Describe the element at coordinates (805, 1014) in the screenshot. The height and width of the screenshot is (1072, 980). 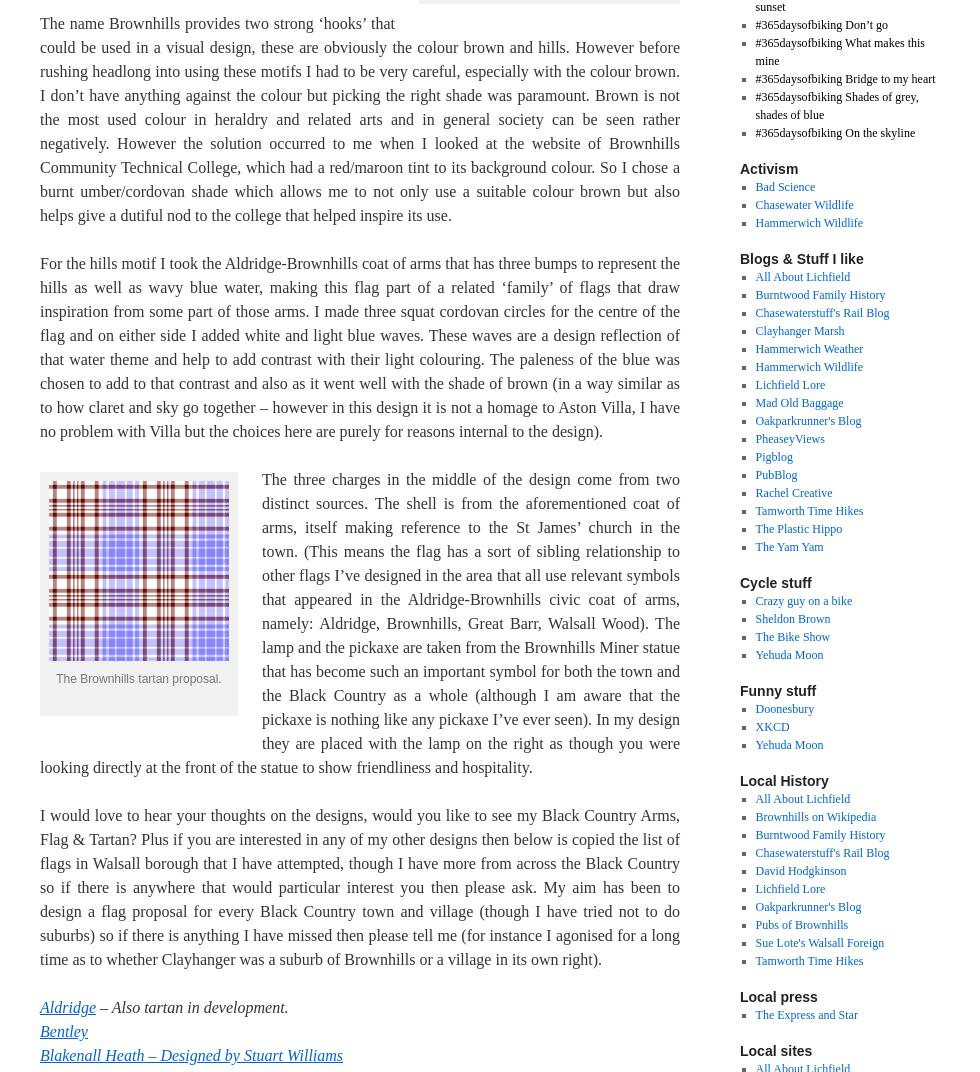
I see `'The Express and Star'` at that location.